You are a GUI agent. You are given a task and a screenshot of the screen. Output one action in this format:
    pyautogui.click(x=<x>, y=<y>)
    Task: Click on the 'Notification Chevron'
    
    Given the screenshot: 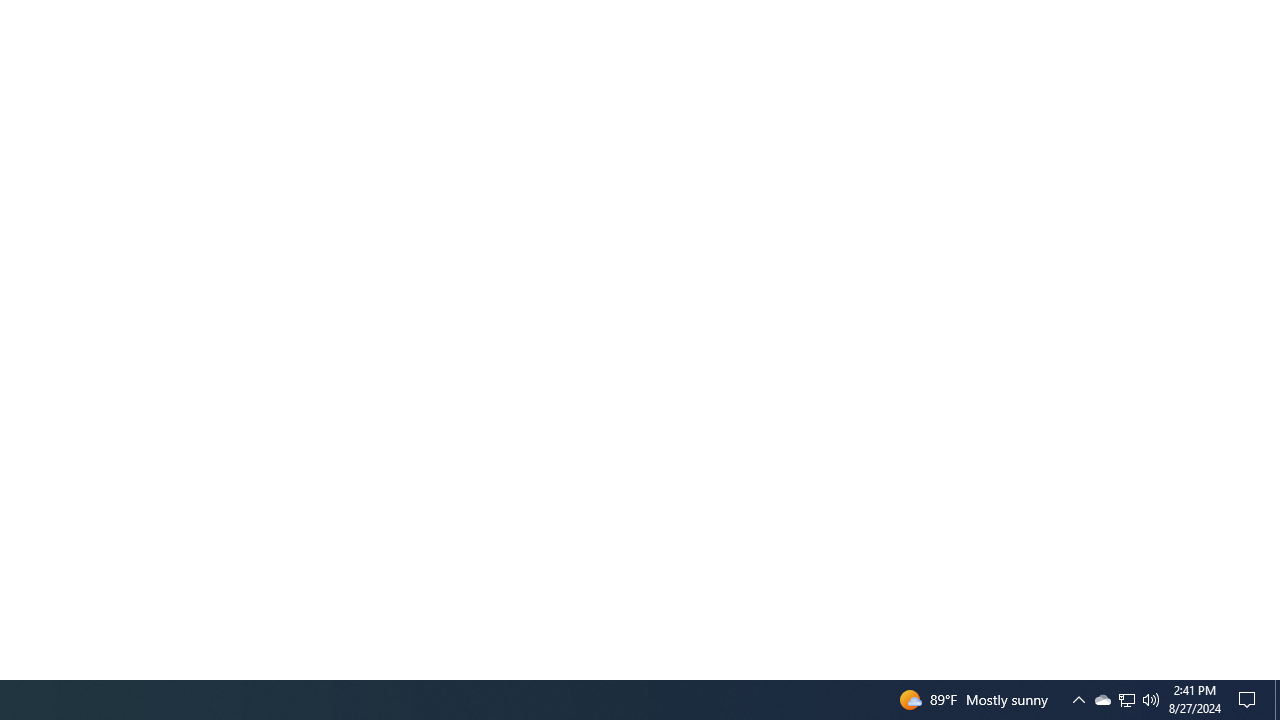 What is the action you would take?
    pyautogui.click(x=1078, y=698)
    